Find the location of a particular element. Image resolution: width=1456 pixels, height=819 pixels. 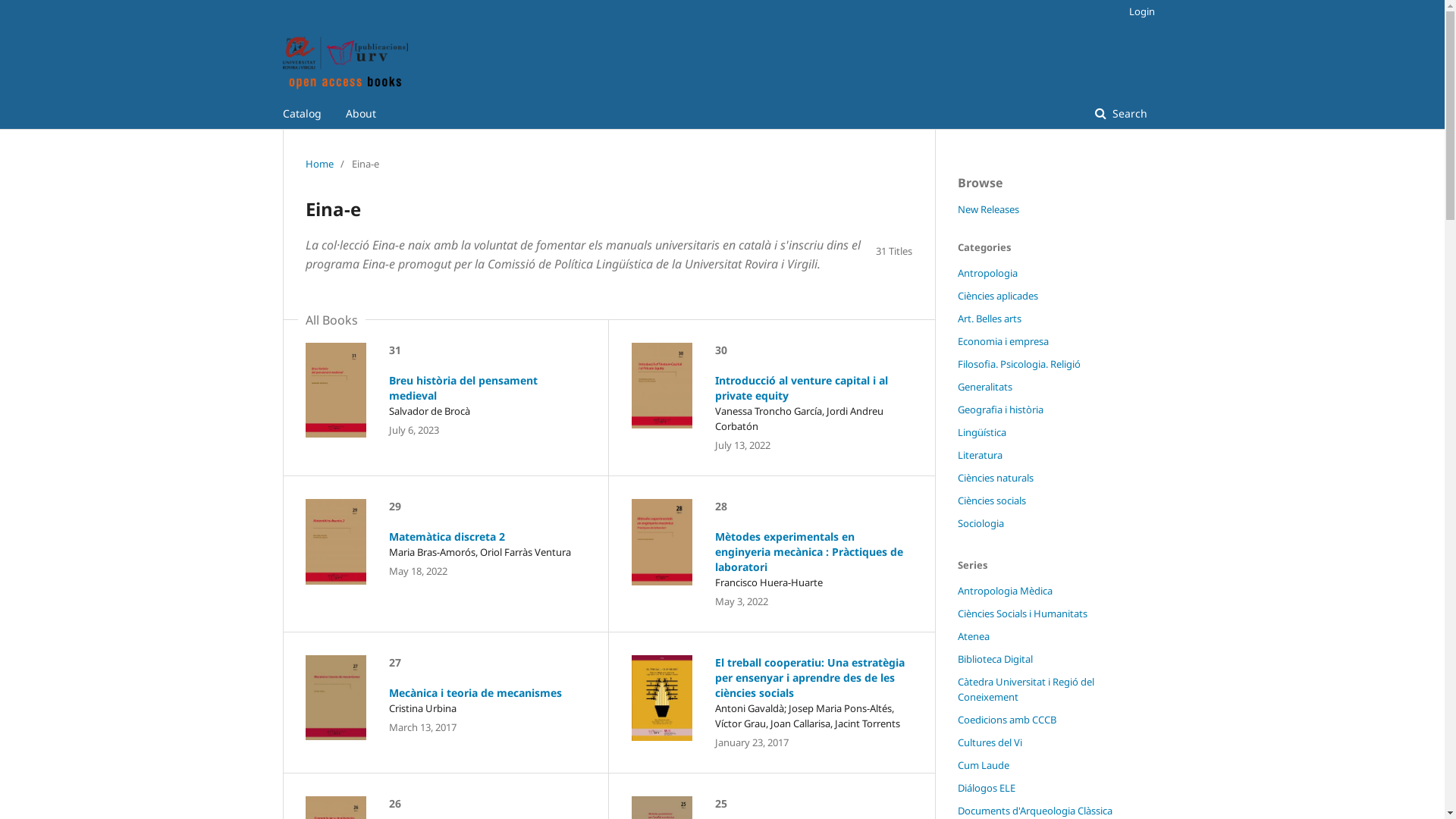

'Generalitats' is located at coordinates (984, 385).